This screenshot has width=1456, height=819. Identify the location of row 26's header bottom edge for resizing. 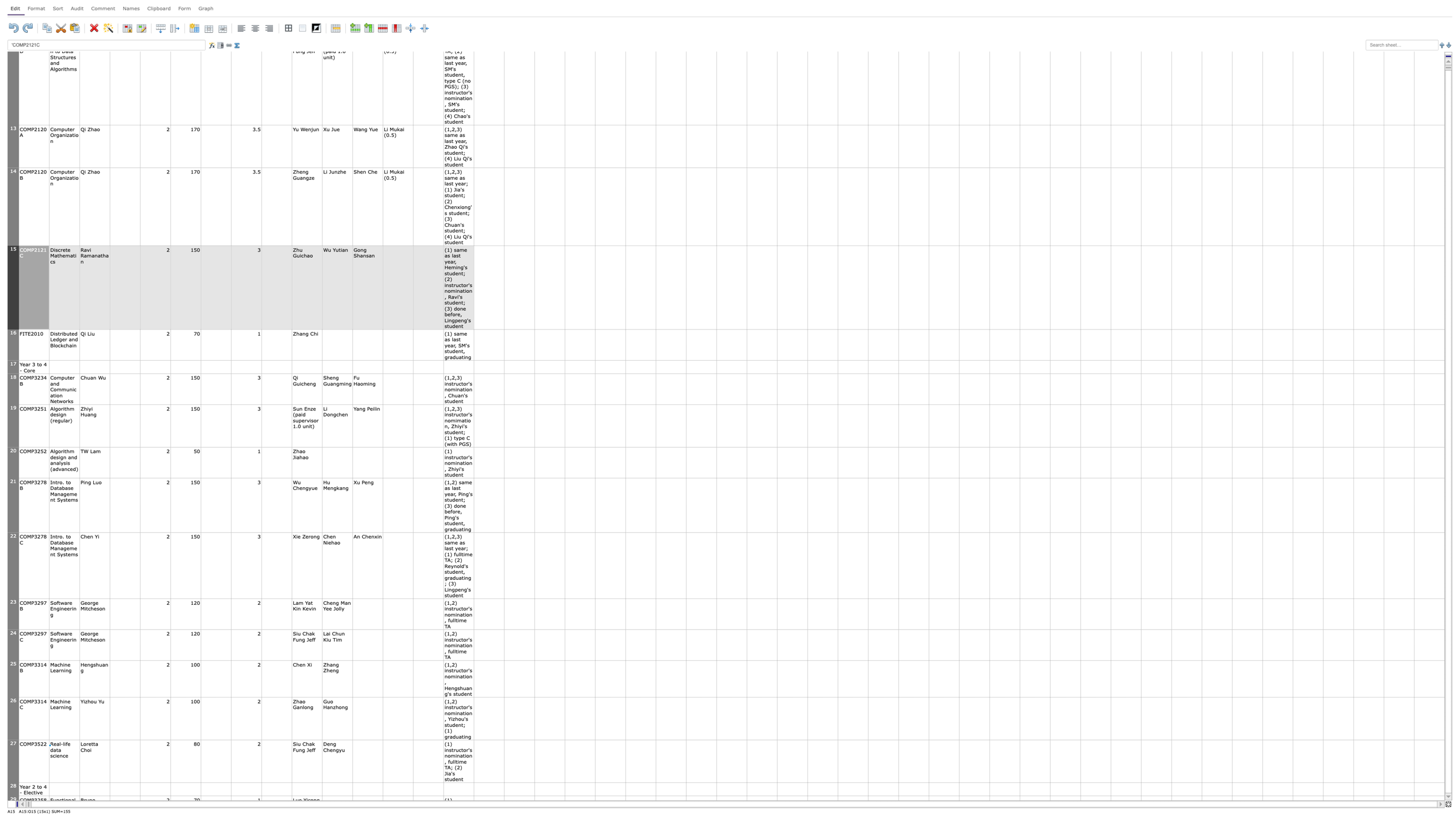
(13, 740).